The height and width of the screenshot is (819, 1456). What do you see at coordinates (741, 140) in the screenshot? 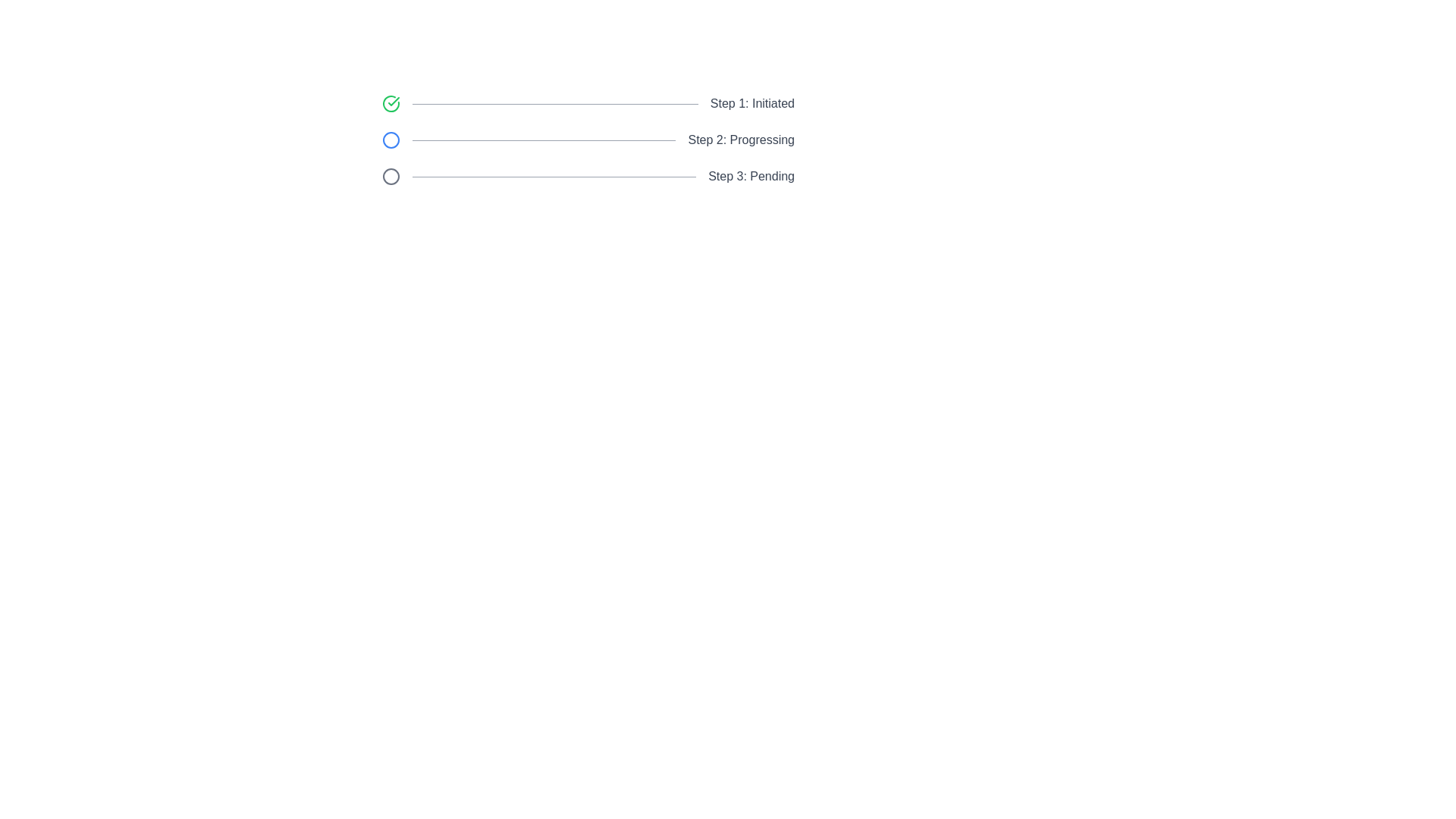
I see `the text label indicating the progression state of the second step, labeled 'Step 2: Progressing'` at bounding box center [741, 140].